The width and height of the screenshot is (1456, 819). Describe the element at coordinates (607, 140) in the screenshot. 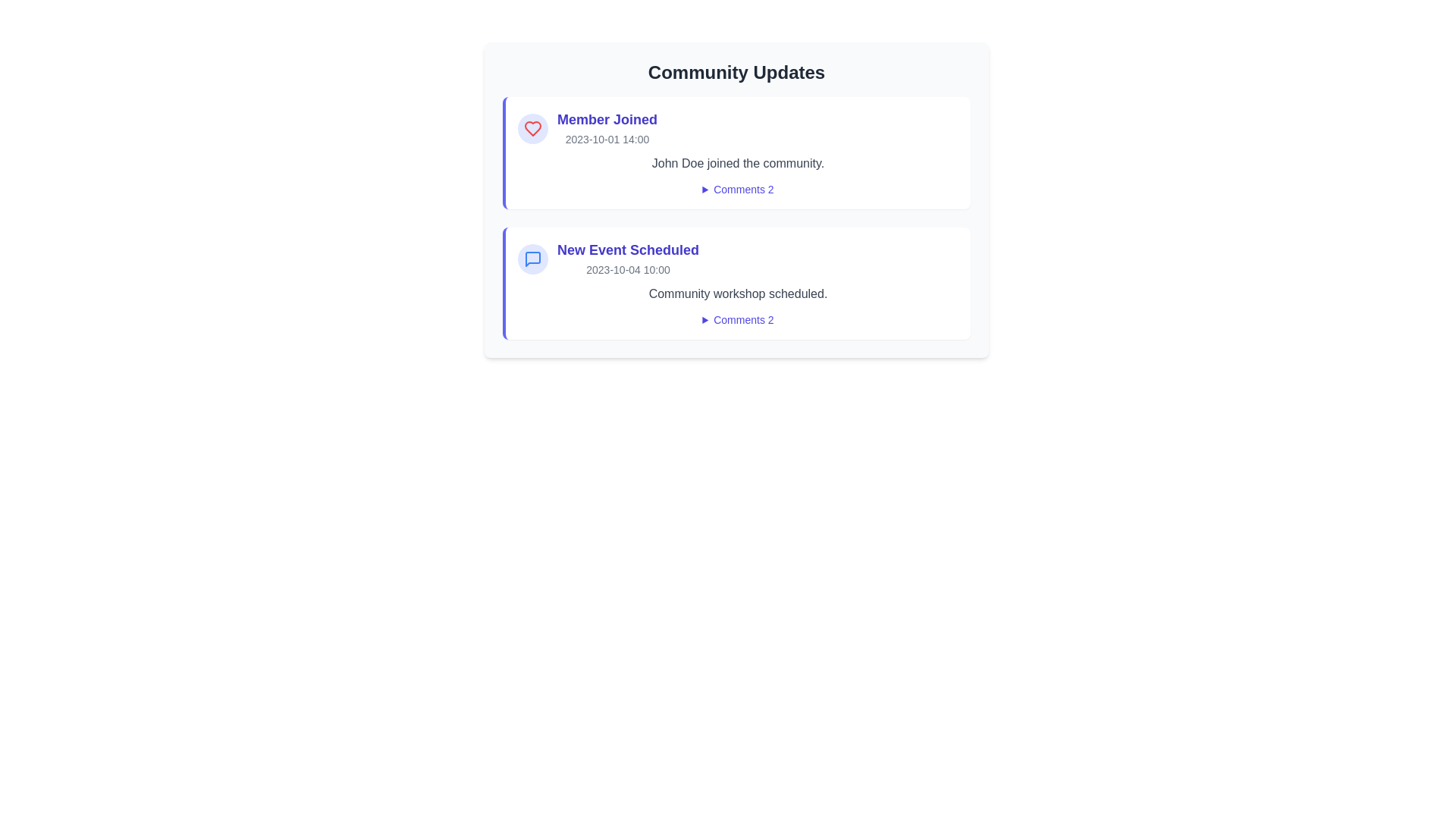

I see `timestamp displayed below the 'Member Joined' text in the 'Community Updates' panel, which indicates when the event occurred` at that location.